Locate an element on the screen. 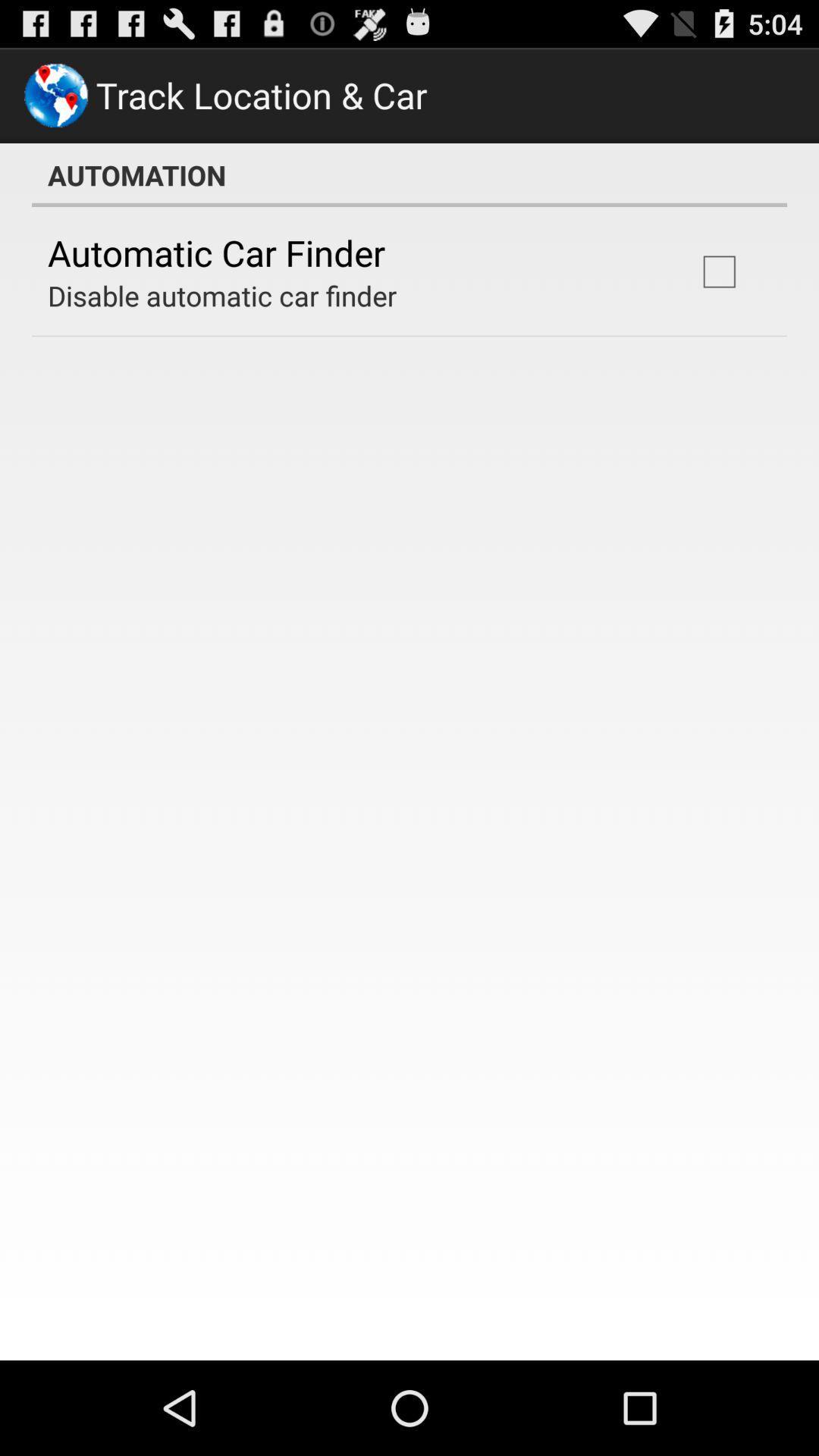 The height and width of the screenshot is (1456, 819). icon next to disable automatic car app is located at coordinates (718, 271).